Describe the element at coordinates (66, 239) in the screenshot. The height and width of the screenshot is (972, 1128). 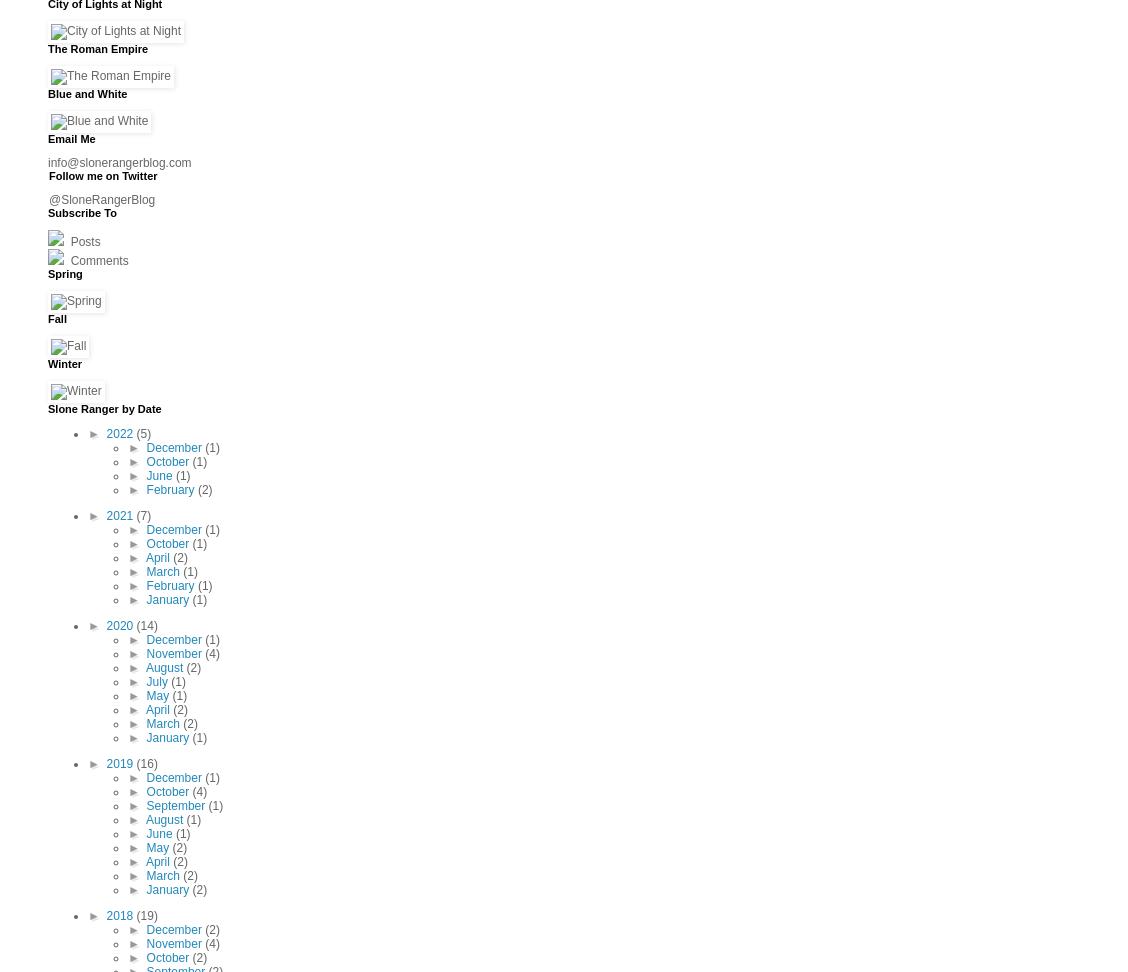
I see `'Posts'` at that location.